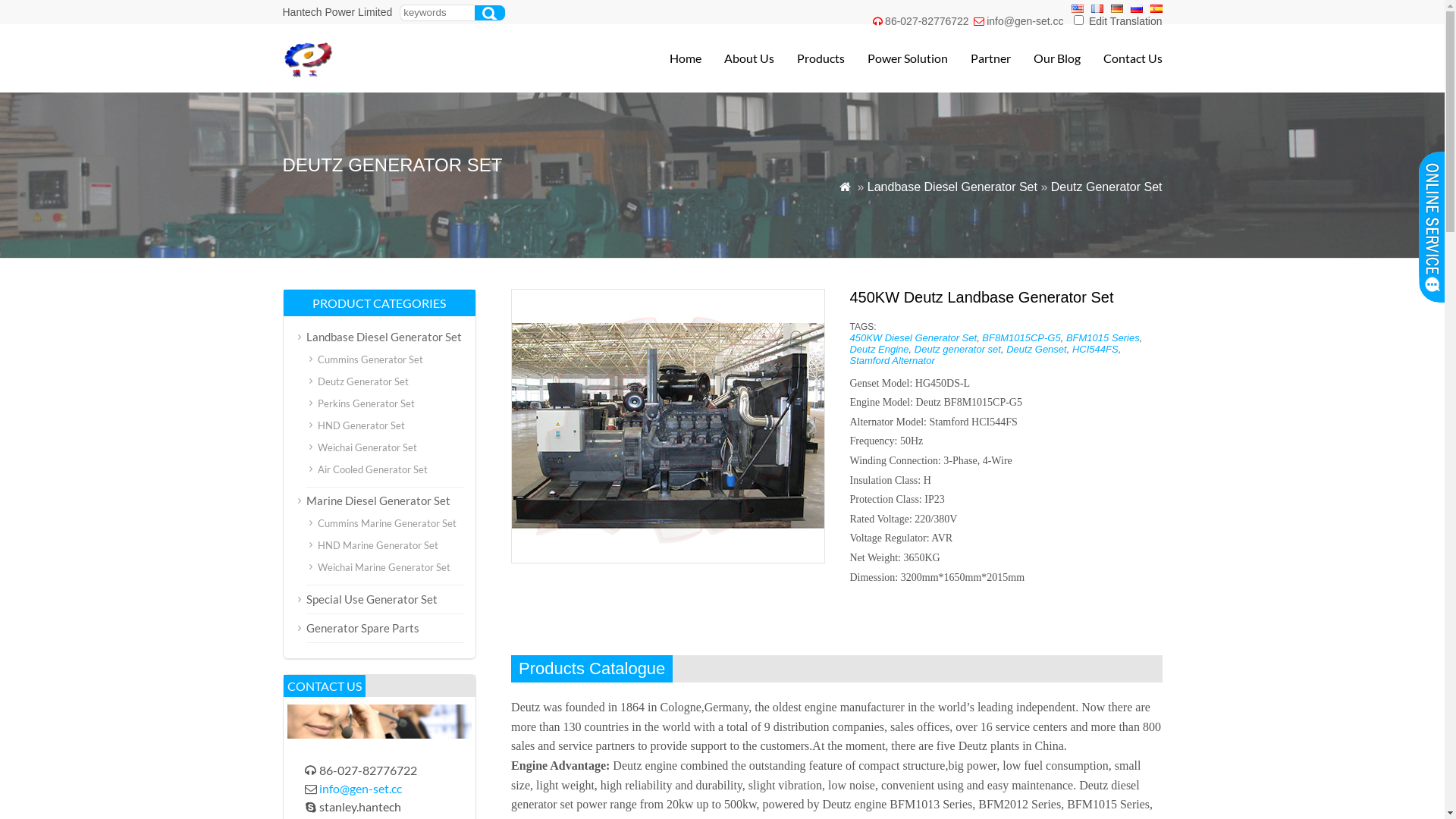 The width and height of the screenshot is (1456, 819). Describe the element at coordinates (1078, 20) in the screenshot. I see `'1'` at that location.